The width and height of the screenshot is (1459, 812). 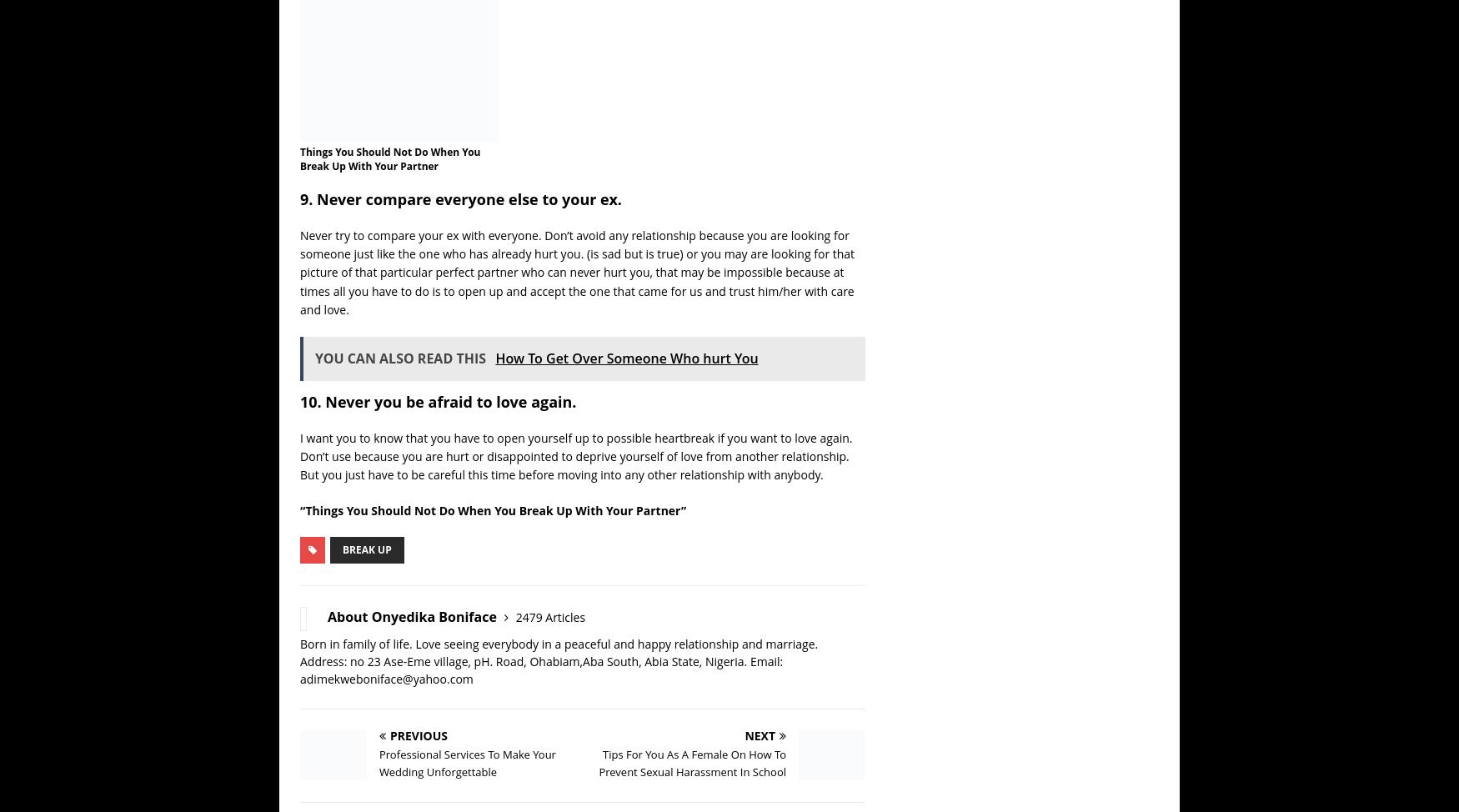 I want to click on 'Next', so click(x=759, y=736).